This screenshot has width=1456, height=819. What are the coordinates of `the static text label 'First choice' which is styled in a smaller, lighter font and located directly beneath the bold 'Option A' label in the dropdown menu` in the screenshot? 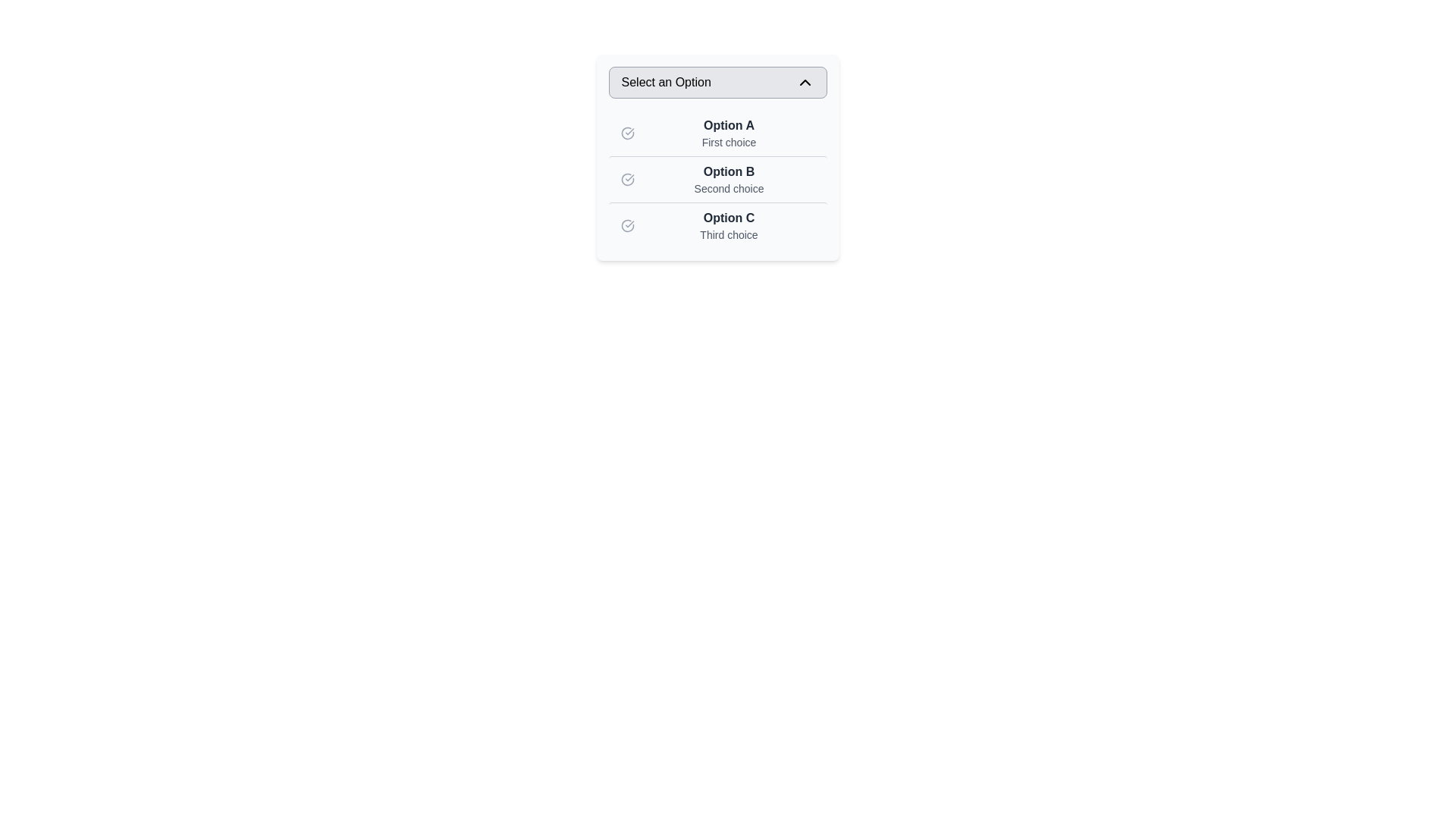 It's located at (729, 143).